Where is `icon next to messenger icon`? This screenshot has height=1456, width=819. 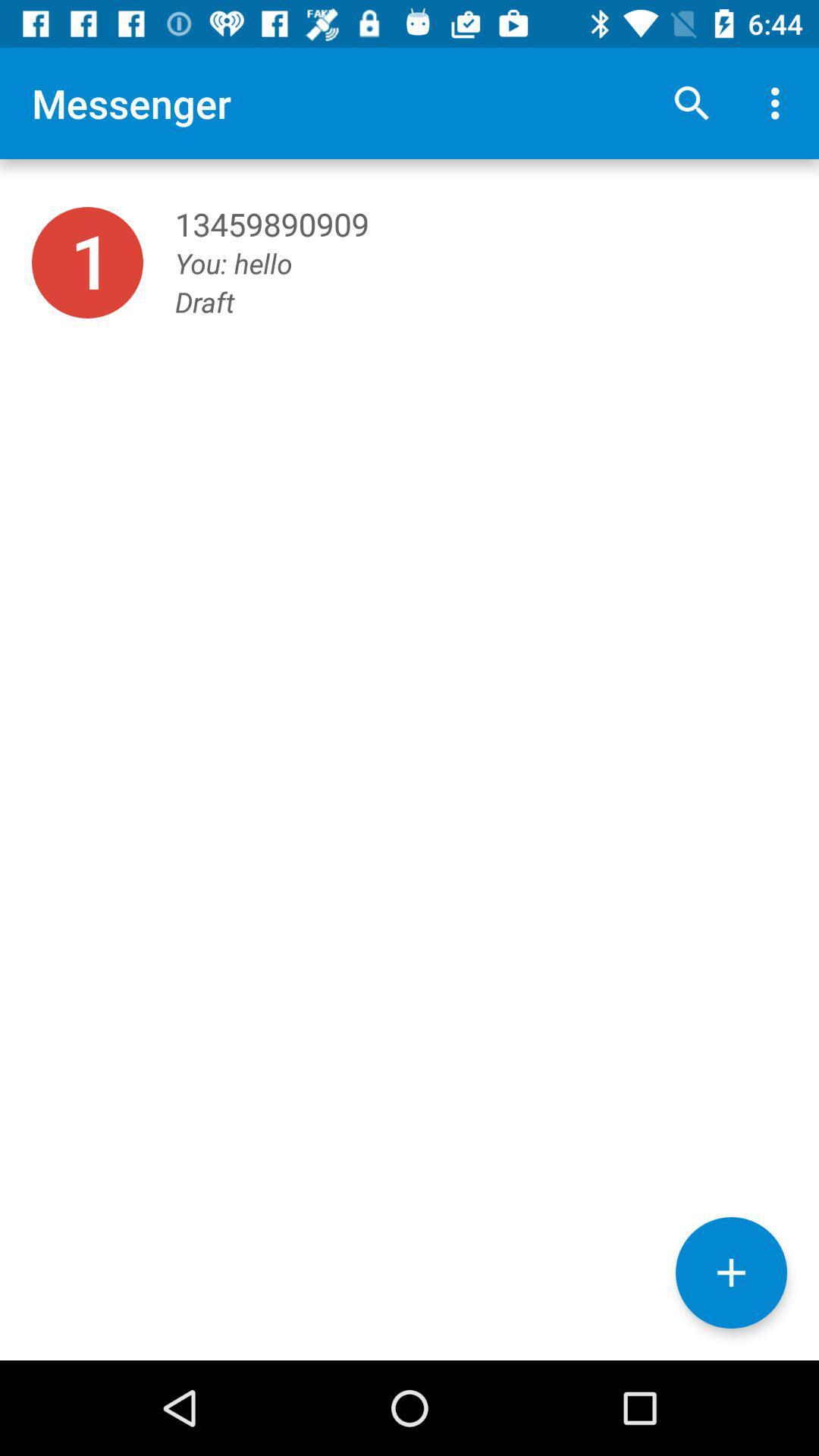
icon next to messenger icon is located at coordinates (691, 102).